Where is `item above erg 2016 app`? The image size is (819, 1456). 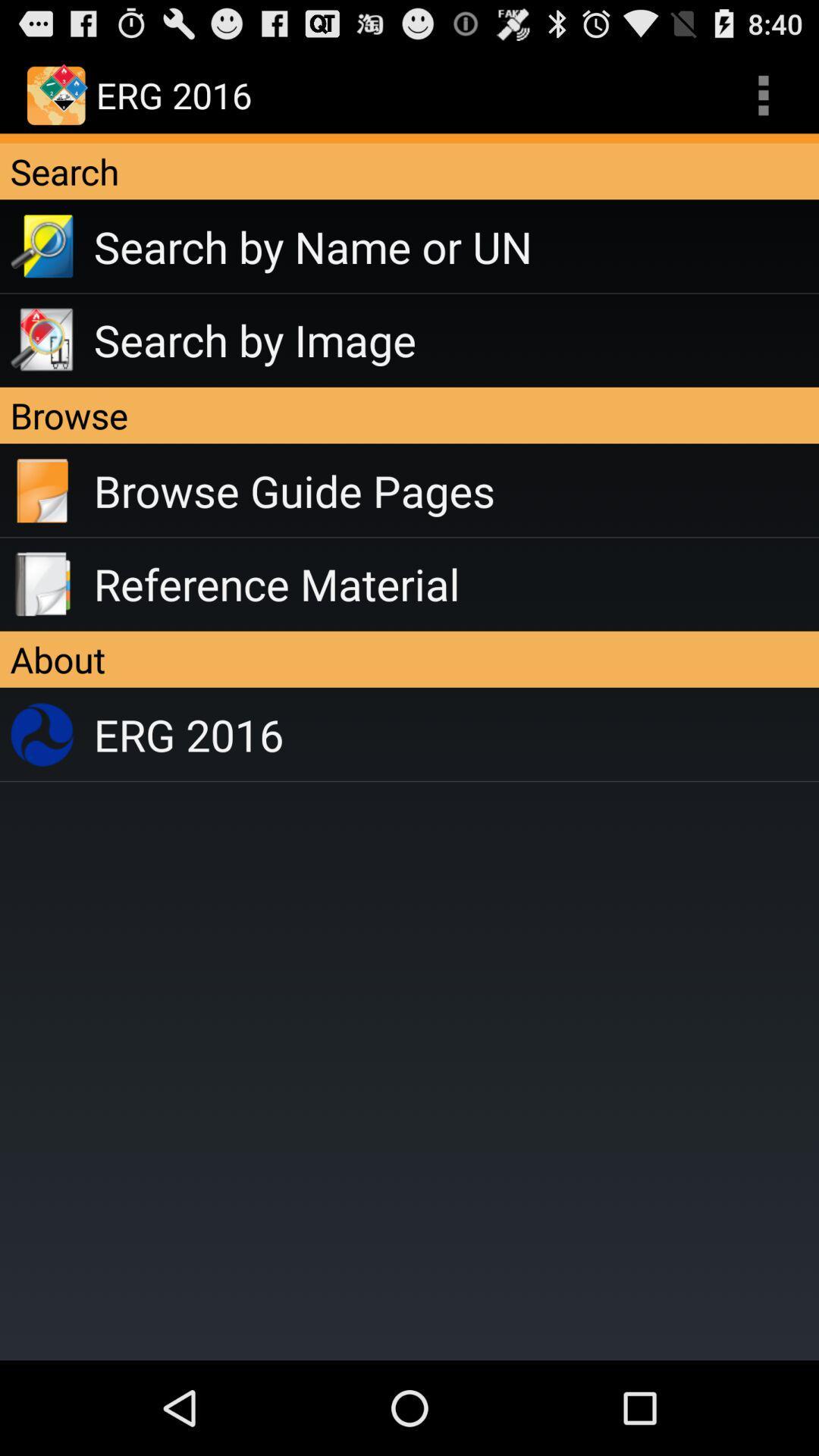 item above erg 2016 app is located at coordinates (409, 659).